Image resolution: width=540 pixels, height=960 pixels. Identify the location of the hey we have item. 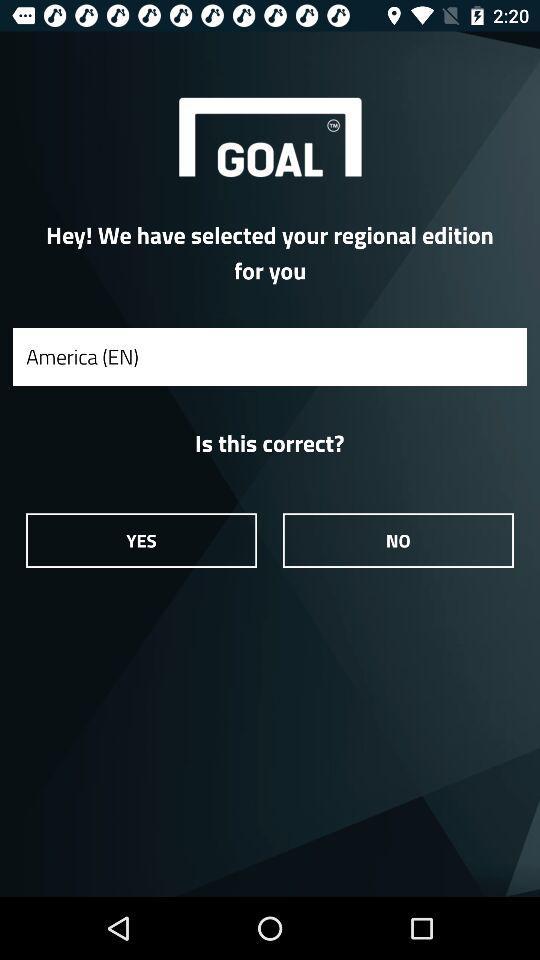
(270, 251).